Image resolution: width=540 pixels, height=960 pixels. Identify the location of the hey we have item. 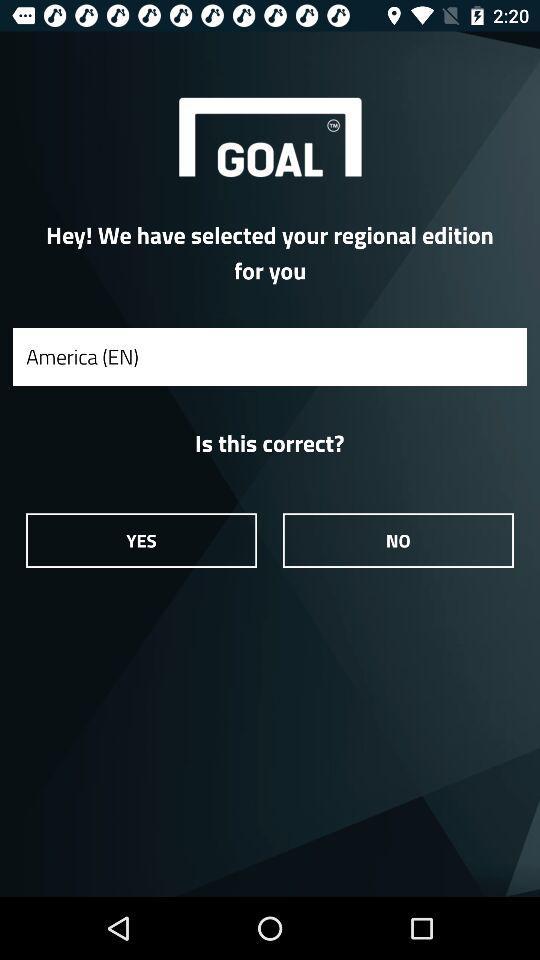
(270, 251).